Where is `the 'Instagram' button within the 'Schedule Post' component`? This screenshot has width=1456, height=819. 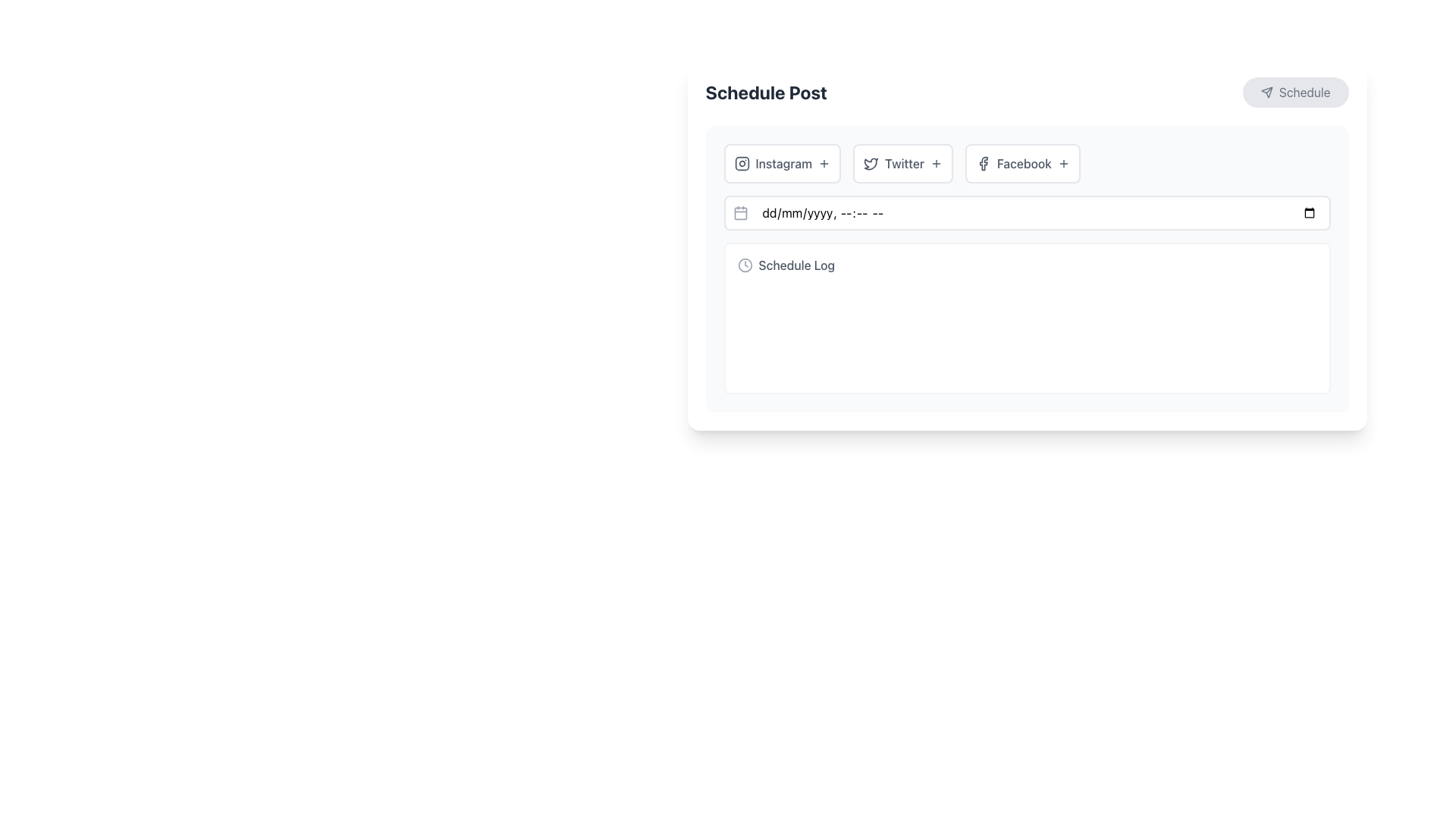
the 'Instagram' button within the 'Schedule Post' component is located at coordinates (1027, 244).